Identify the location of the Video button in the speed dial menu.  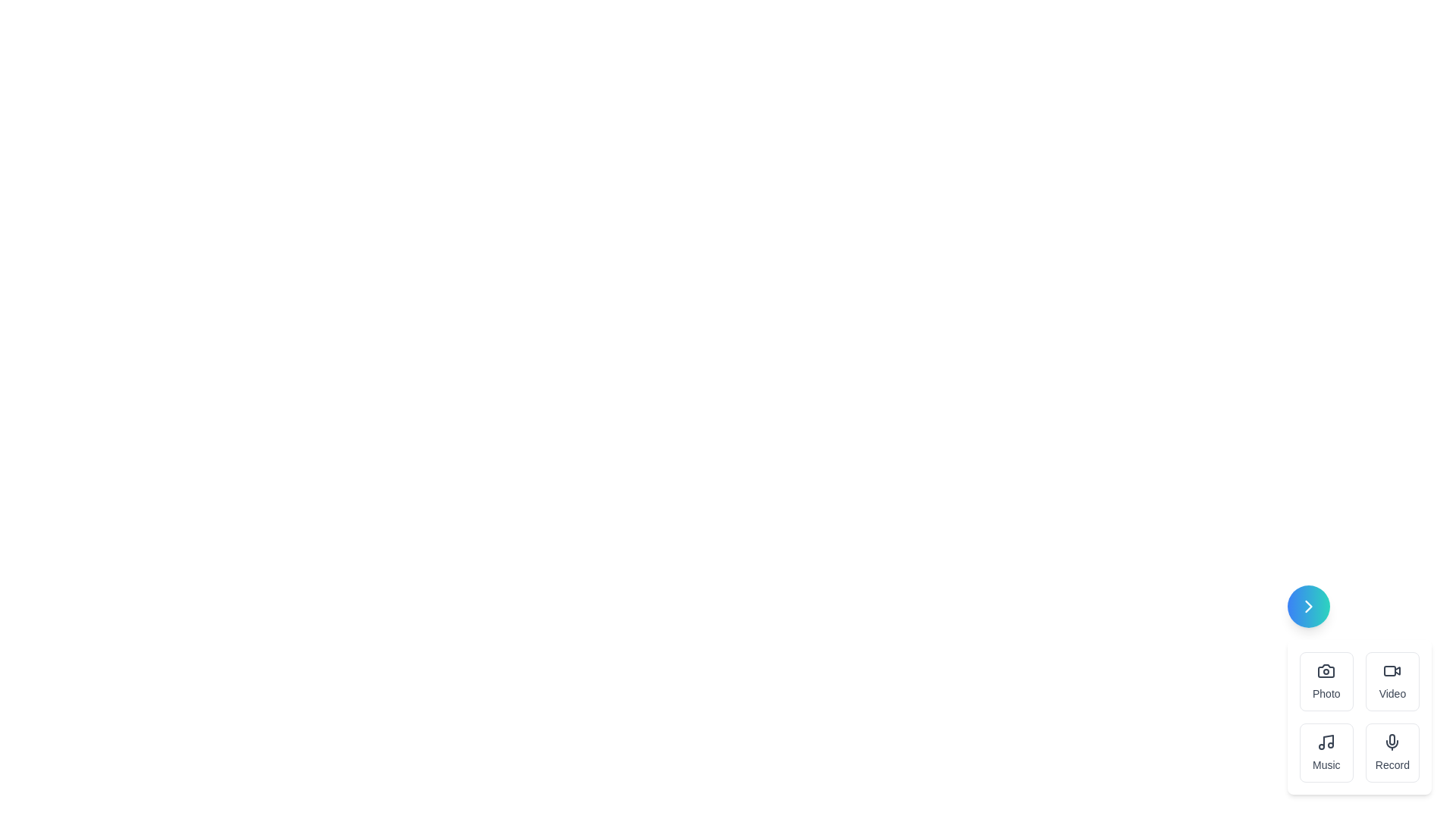
(1392, 680).